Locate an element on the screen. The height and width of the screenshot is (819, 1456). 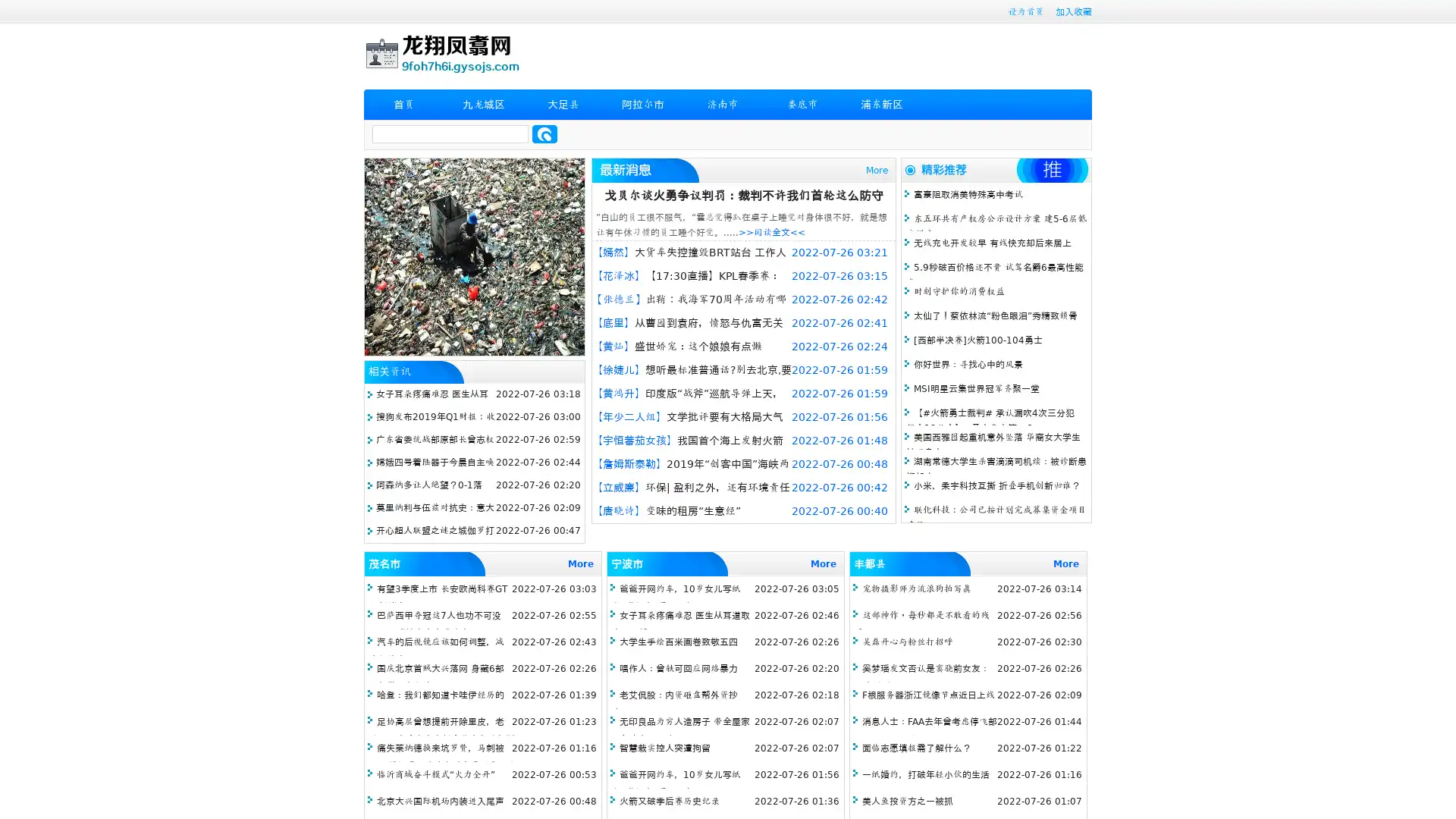
Search is located at coordinates (544, 133).